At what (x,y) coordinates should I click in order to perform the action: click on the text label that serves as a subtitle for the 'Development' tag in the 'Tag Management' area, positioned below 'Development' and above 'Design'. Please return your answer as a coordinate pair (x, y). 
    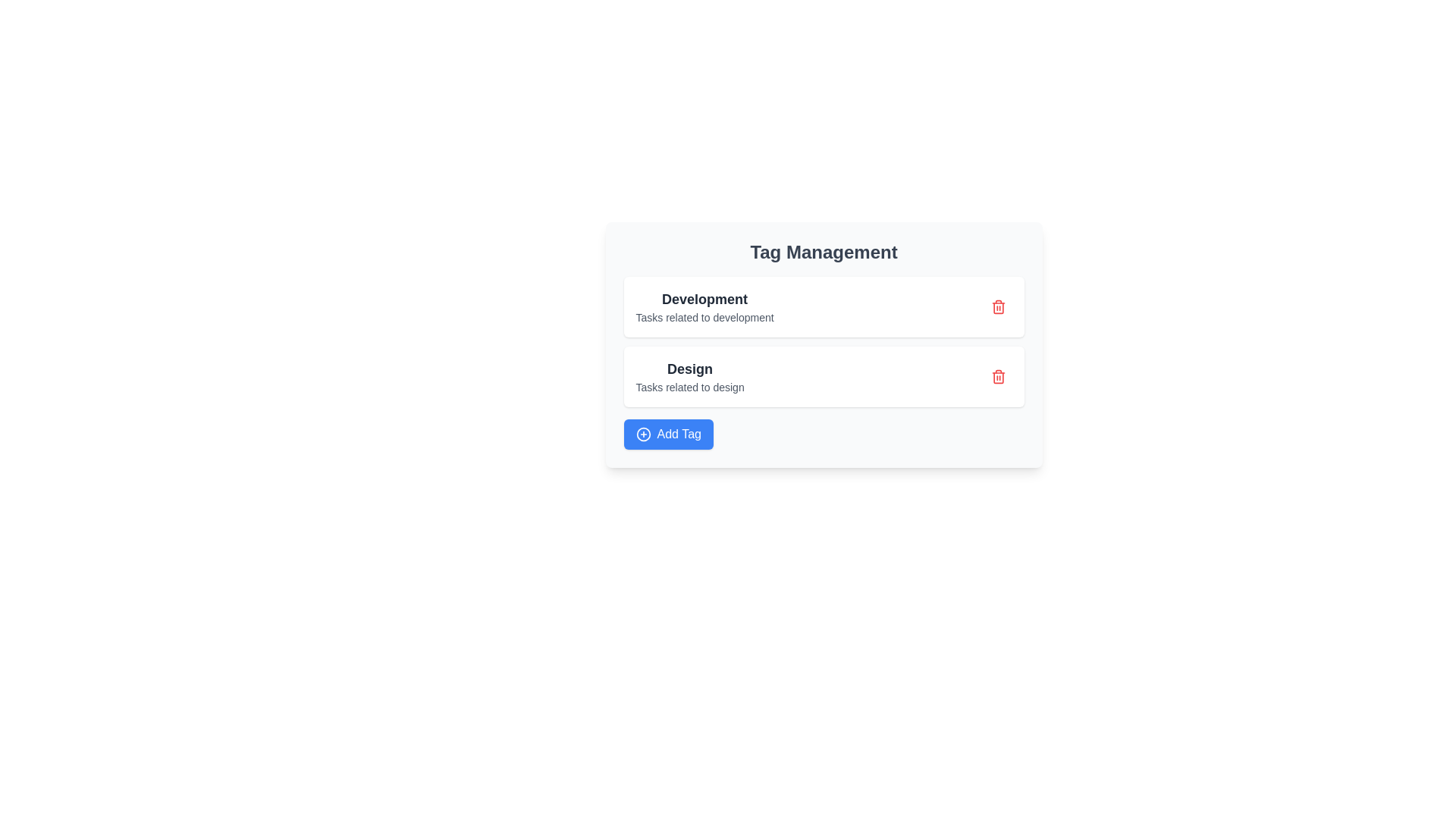
    Looking at the image, I should click on (704, 317).